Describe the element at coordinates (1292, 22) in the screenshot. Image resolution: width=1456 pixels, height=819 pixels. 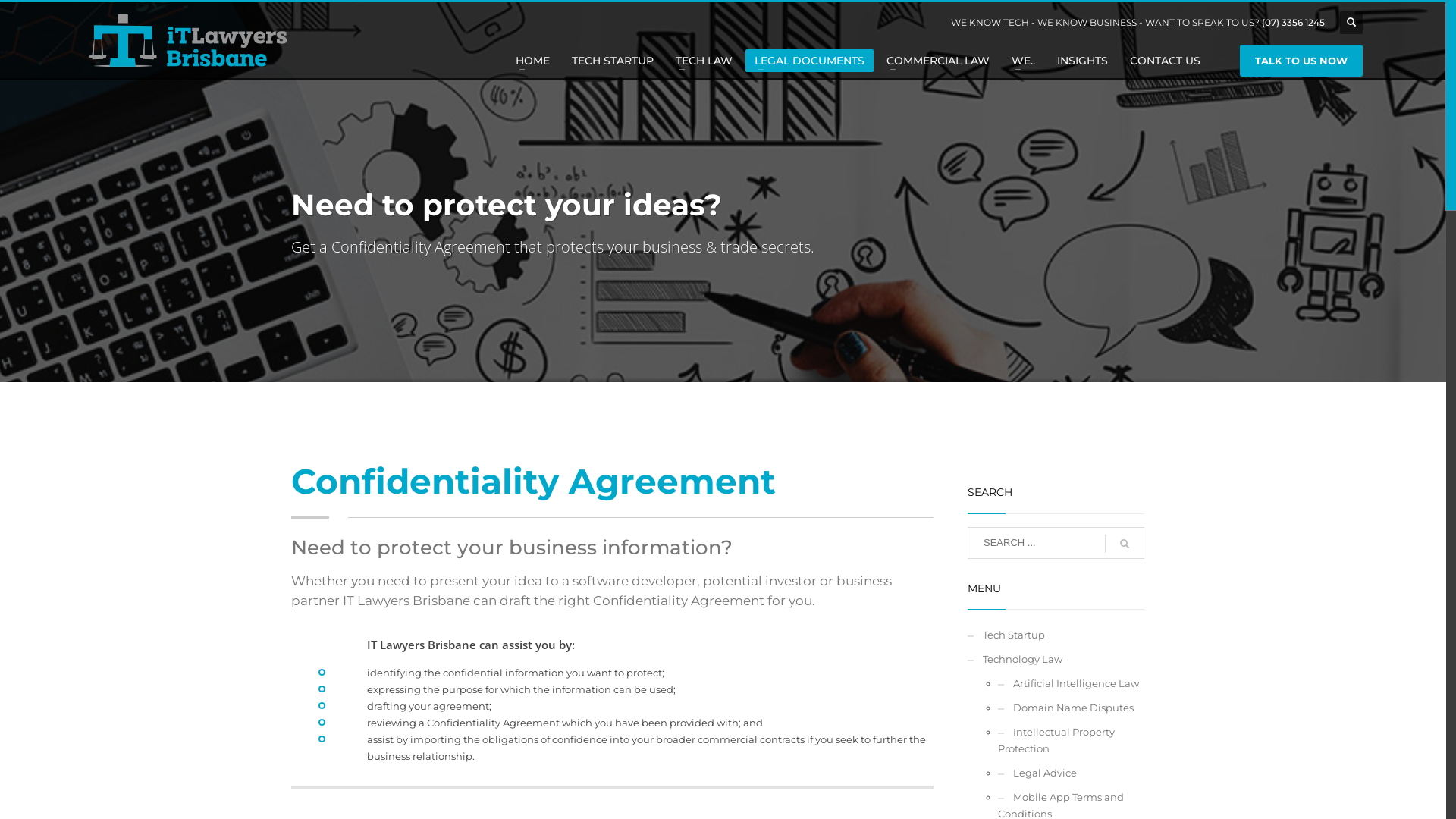
I see `'(07) 3356 1245'` at that location.